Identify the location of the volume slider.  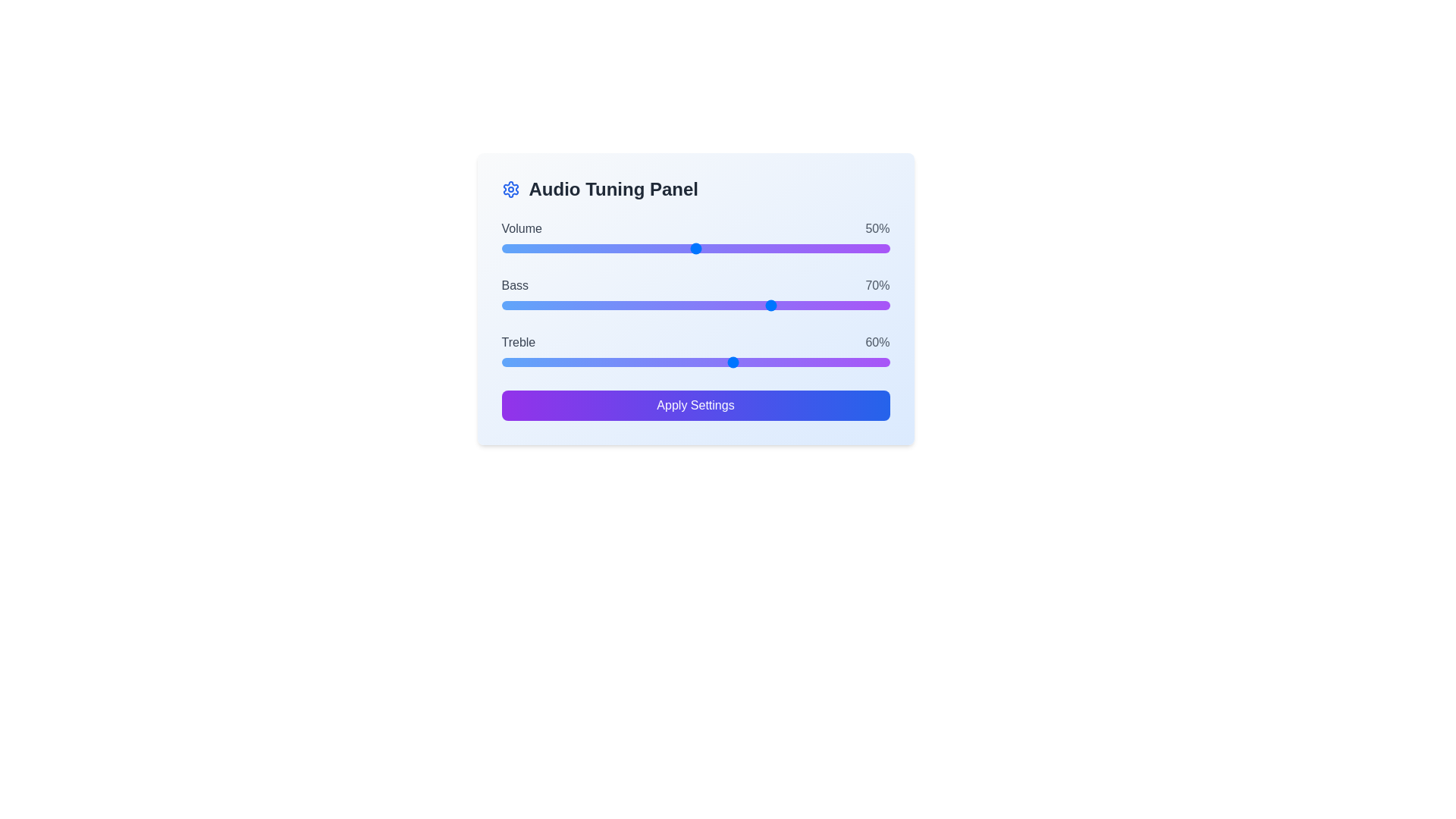
(536, 247).